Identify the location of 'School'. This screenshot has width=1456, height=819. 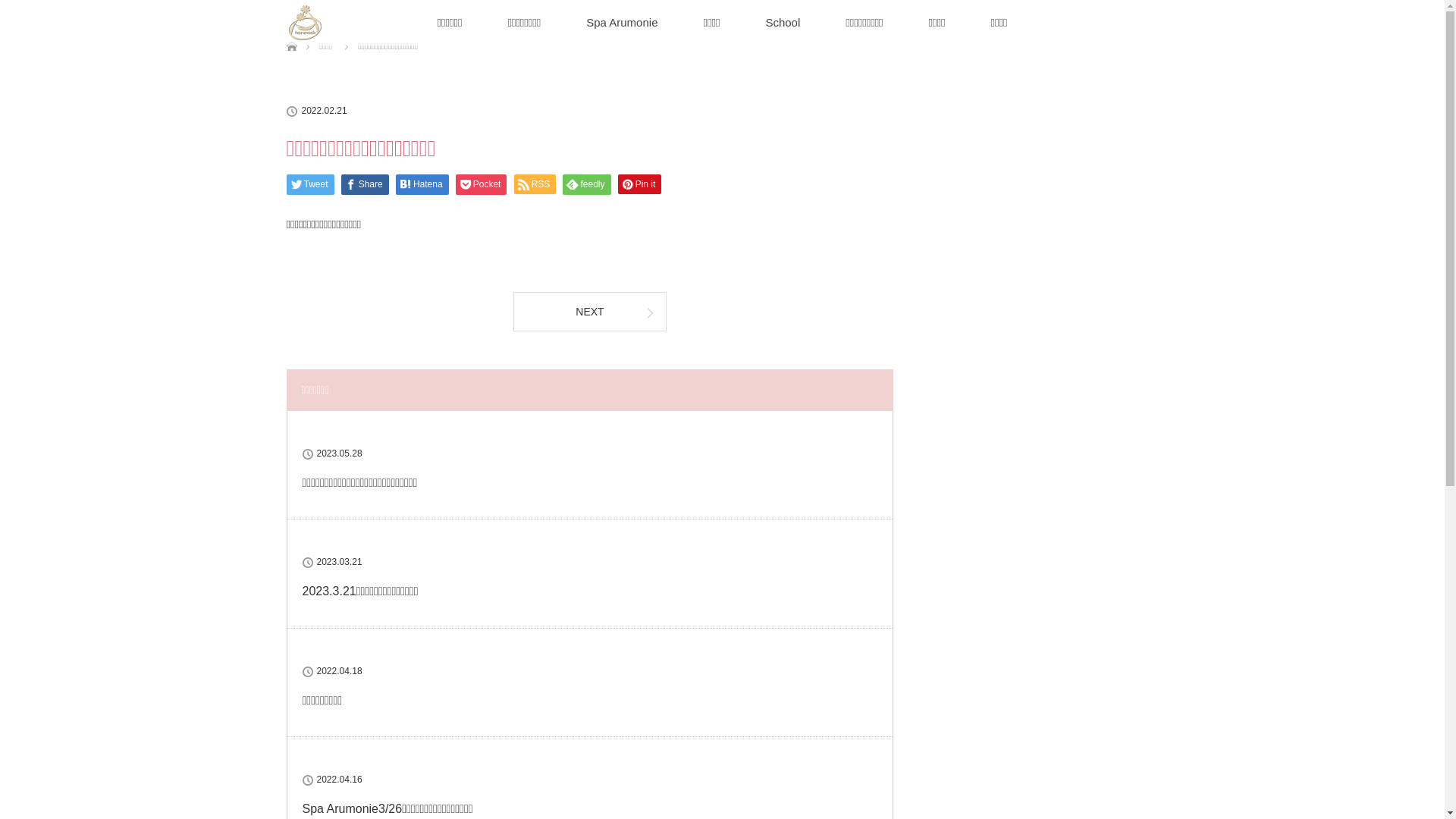
(783, 23).